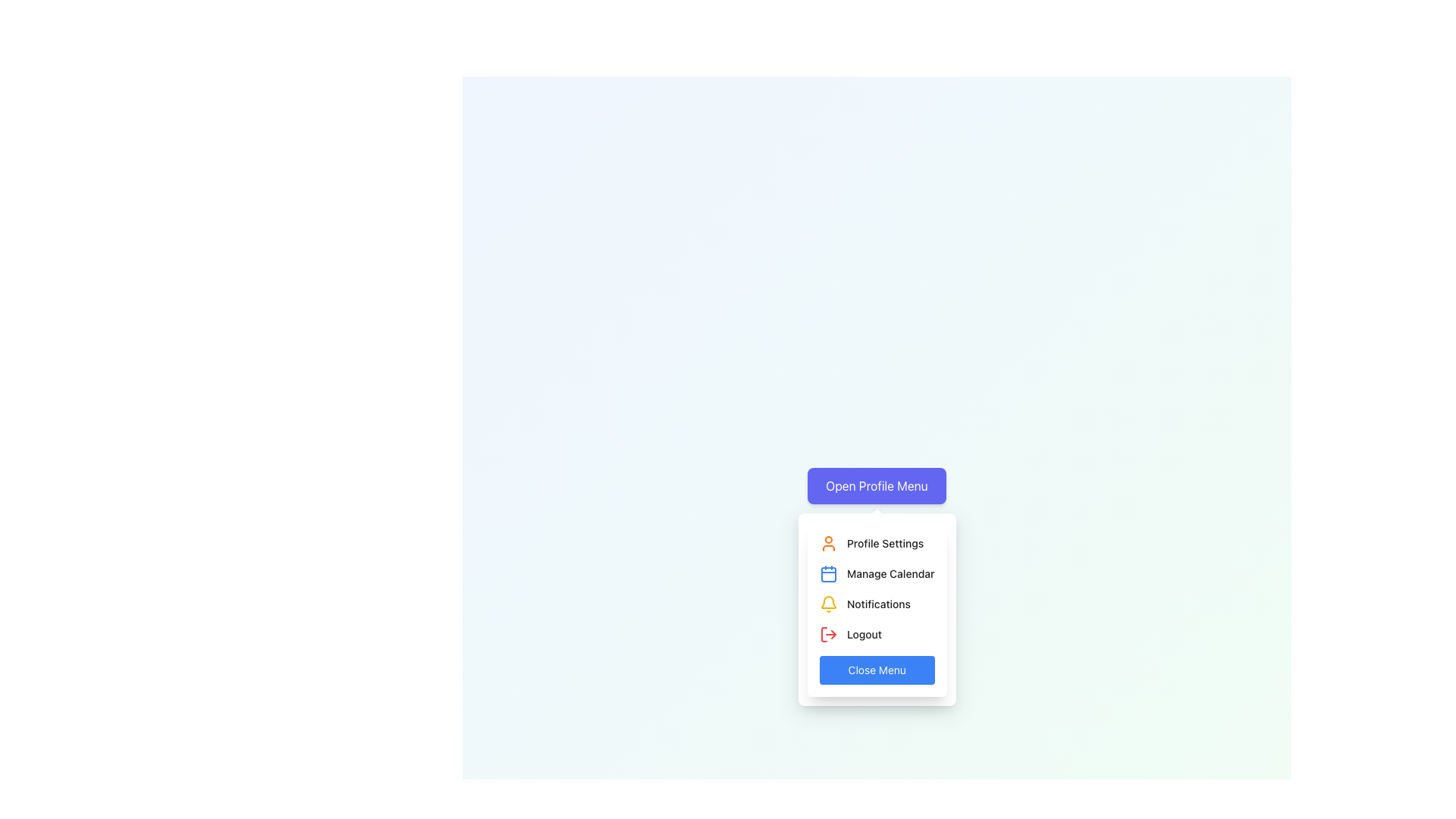 This screenshot has height=819, width=1456. I want to click on the button that toggles the visibility of the associated dropdown menu containing profile-related options, located centrally at the top of a pop-up menu, so click(877, 485).